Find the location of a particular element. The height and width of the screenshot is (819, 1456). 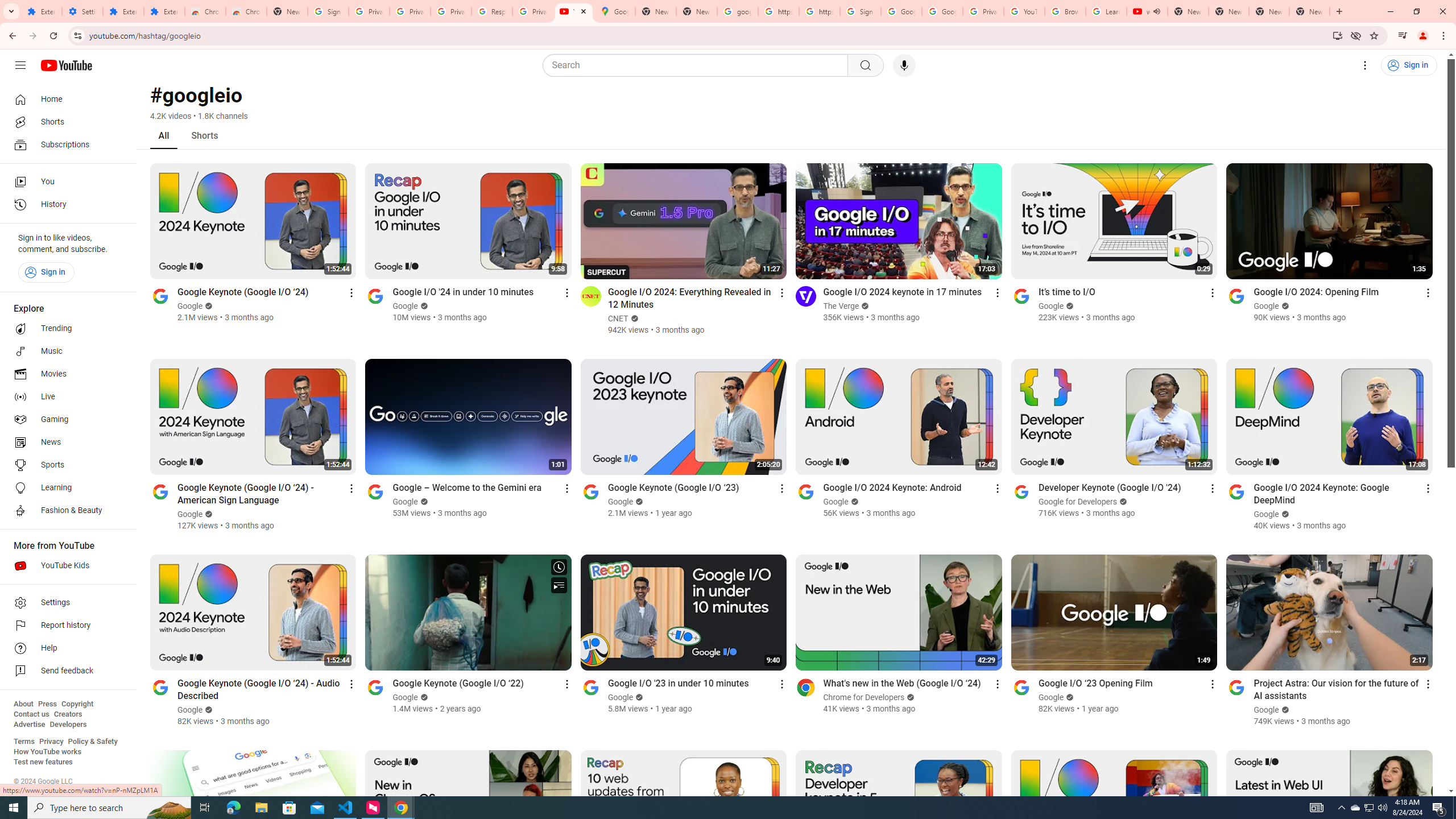

'Trending' is located at coordinates (64, 329).